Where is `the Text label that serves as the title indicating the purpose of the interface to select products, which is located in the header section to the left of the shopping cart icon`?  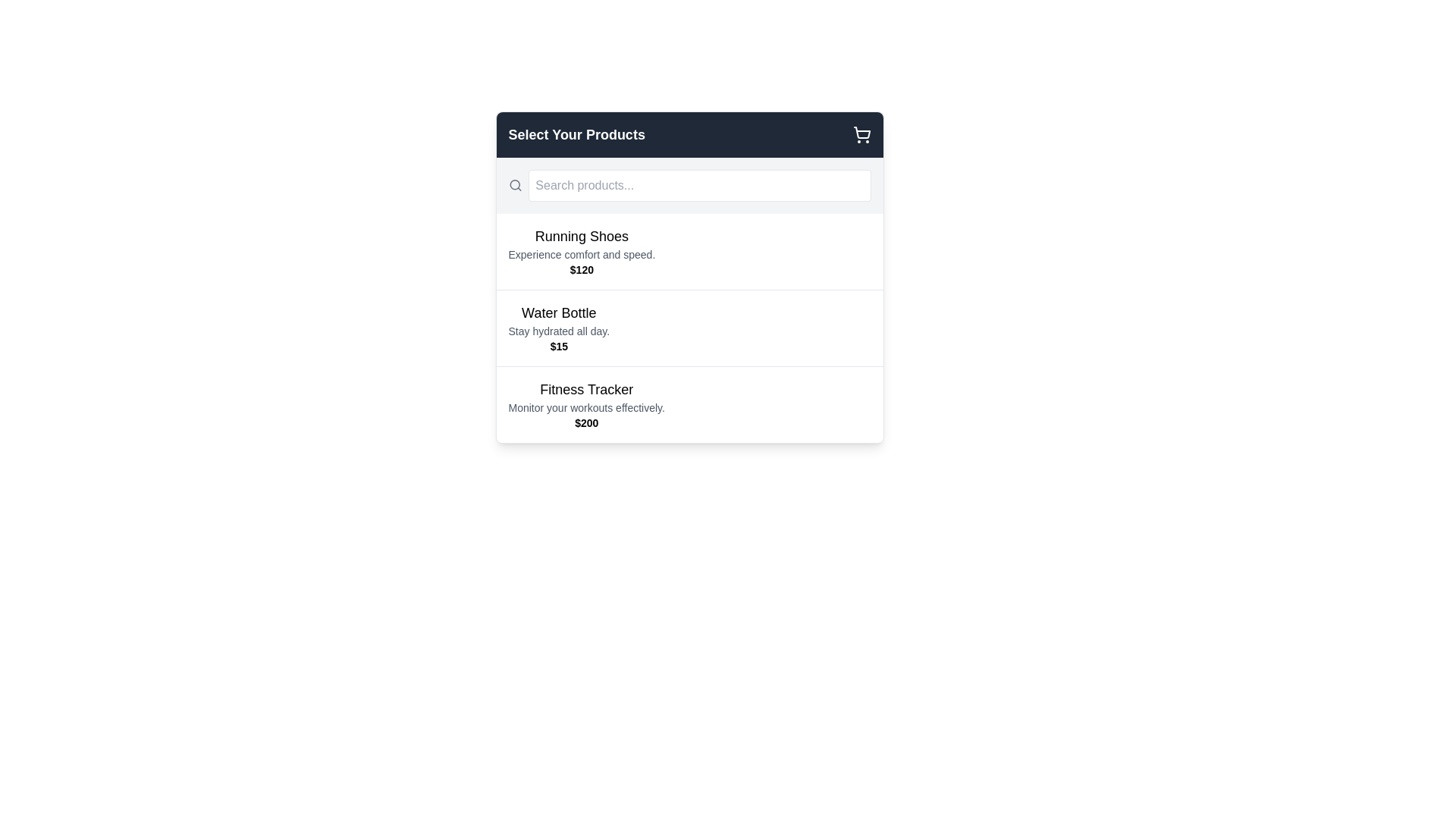
the Text label that serves as the title indicating the purpose of the interface to select products, which is located in the header section to the left of the shopping cart icon is located at coordinates (576, 133).